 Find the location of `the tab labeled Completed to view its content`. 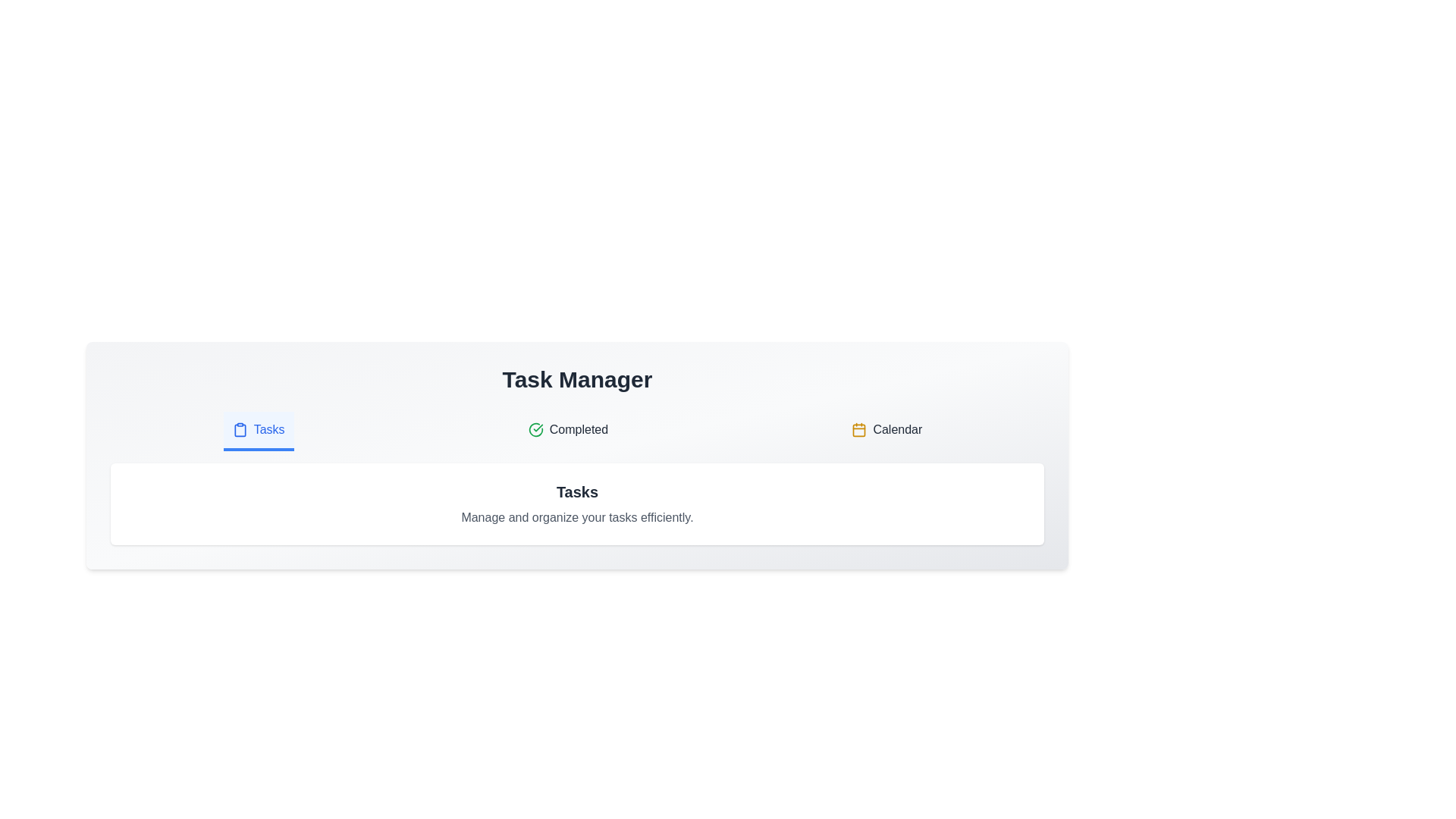

the tab labeled Completed to view its content is located at coordinates (567, 431).